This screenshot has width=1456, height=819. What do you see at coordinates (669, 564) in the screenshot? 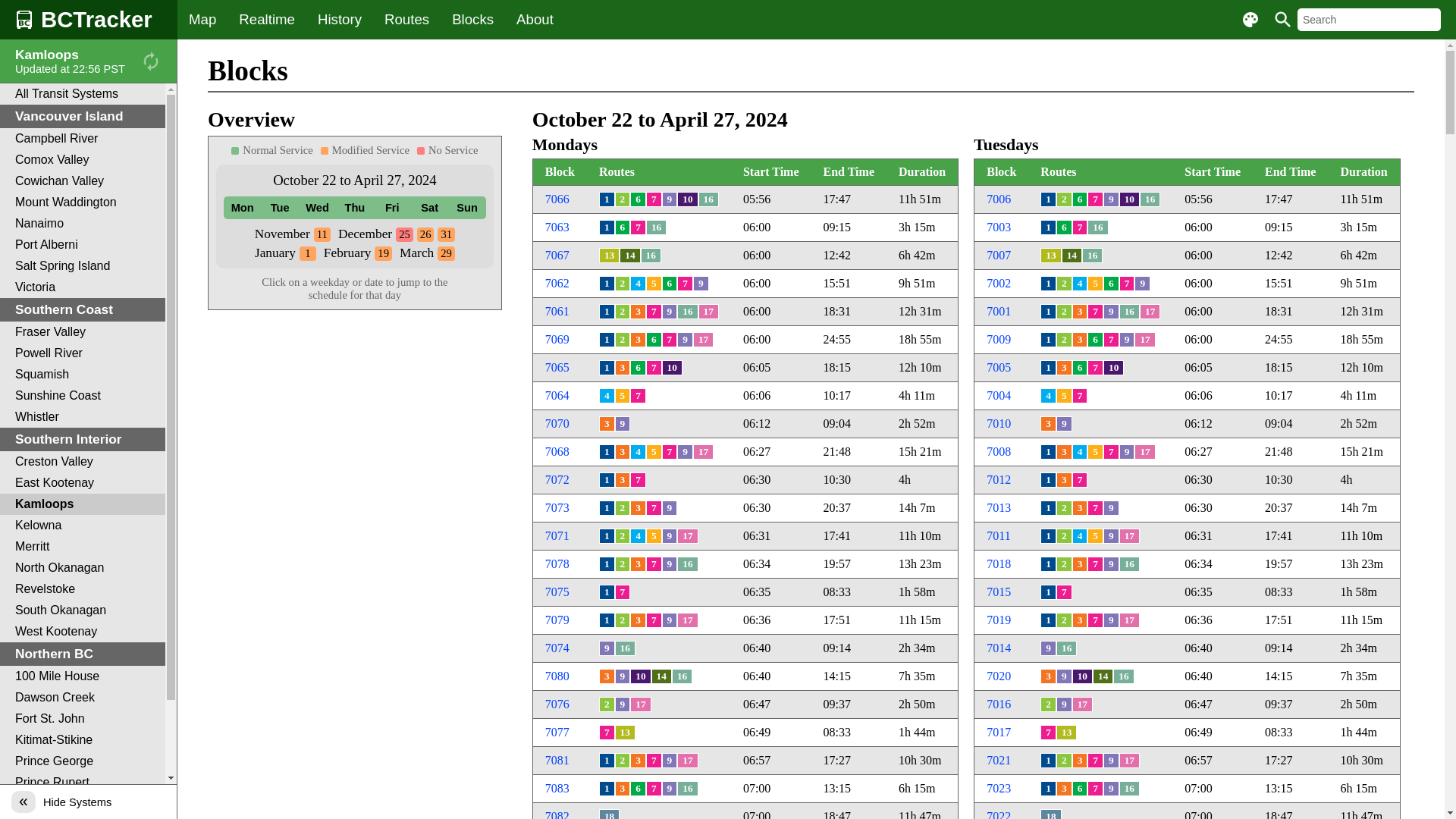
I see `'9'` at bounding box center [669, 564].